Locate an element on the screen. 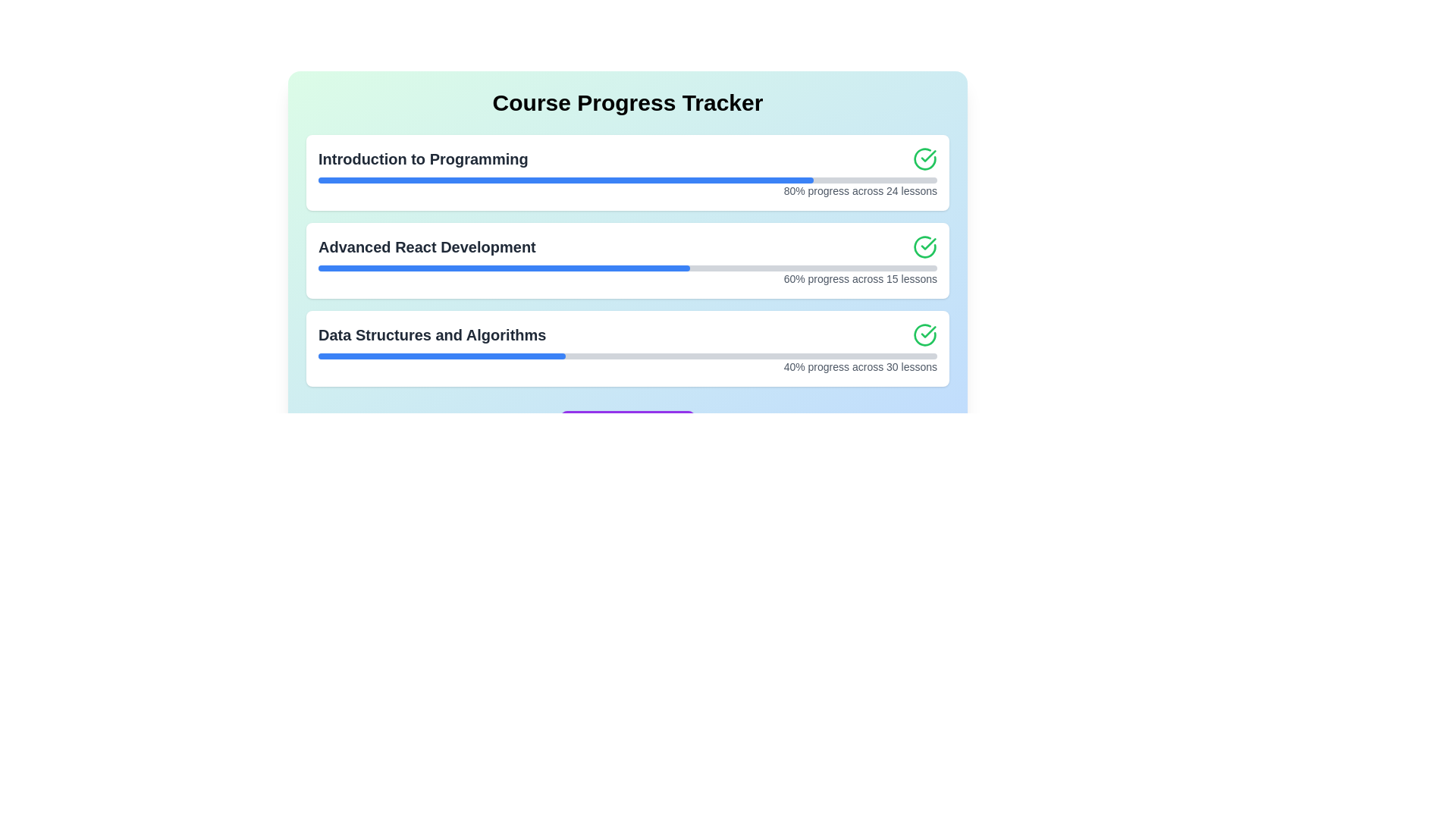  course title and progress details from the informational card representing the 'Data Structures and Algorithms' lessons, which is the third card in the vertical list of progress cards is located at coordinates (628, 348).